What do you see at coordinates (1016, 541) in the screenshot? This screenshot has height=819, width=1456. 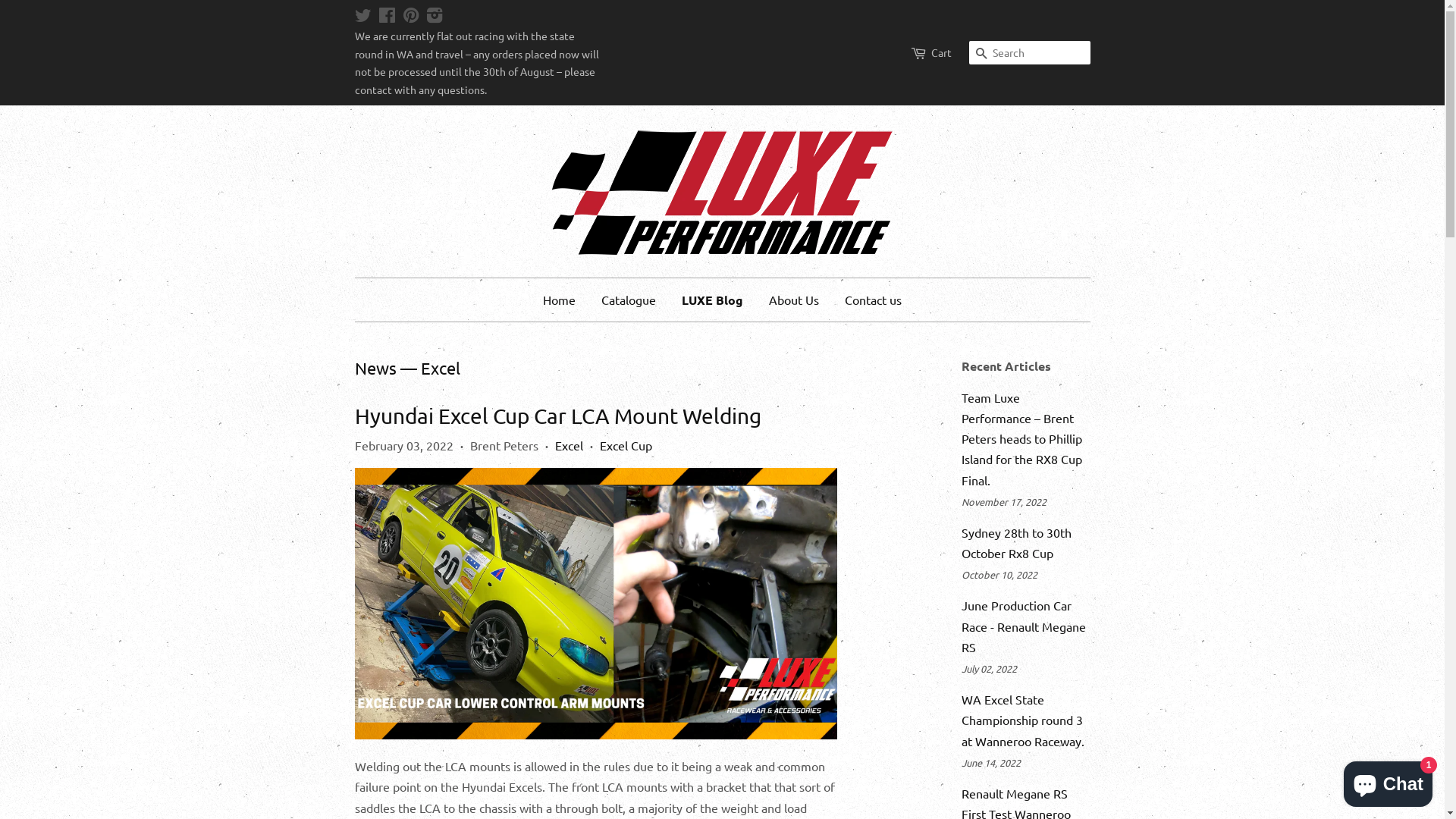 I see `'Sydney 28th to 30th October Rx8 Cup'` at bounding box center [1016, 541].